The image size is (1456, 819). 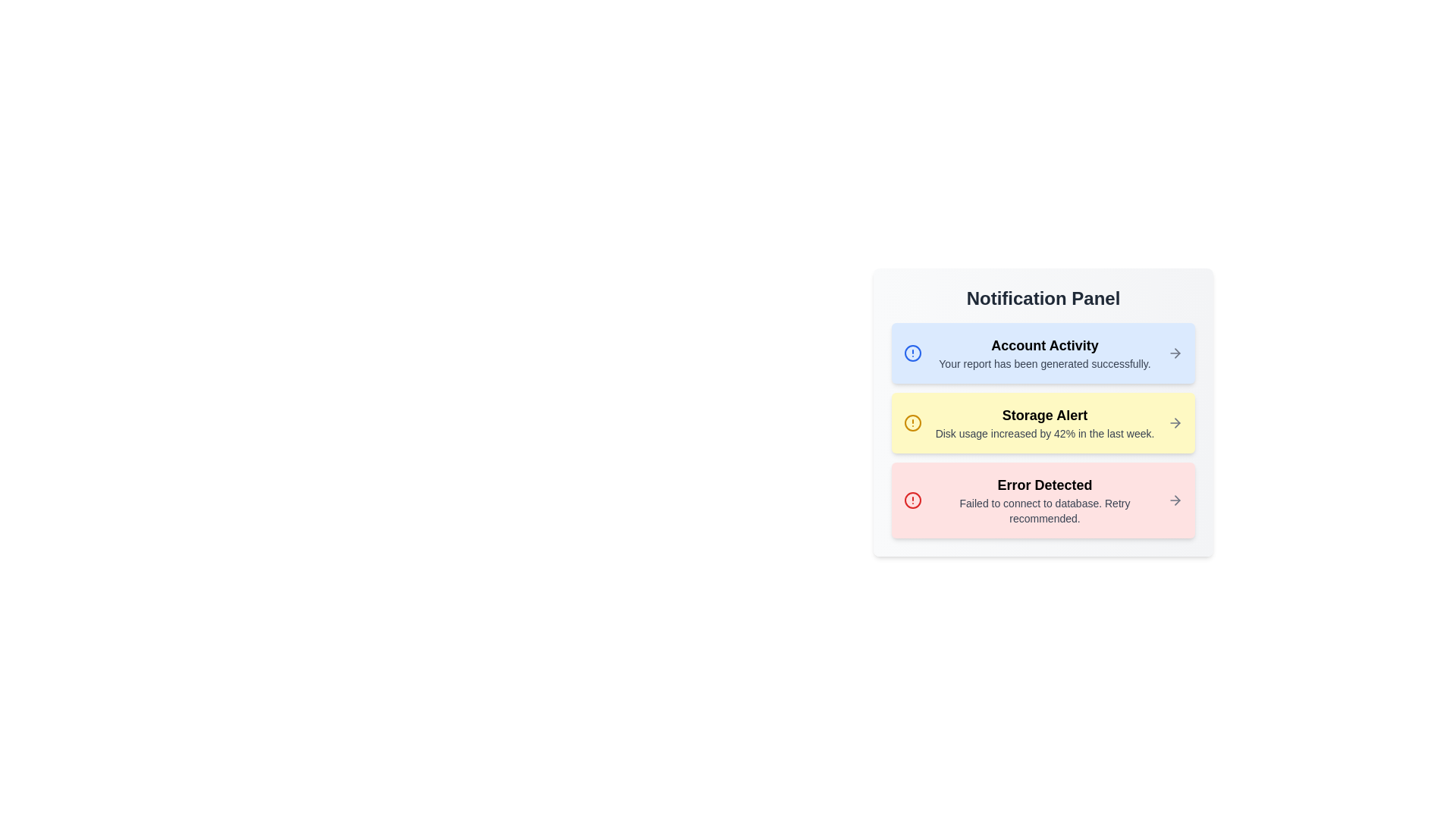 What do you see at coordinates (1175, 423) in the screenshot?
I see `the arrow icon corresponding to the notification 2` at bounding box center [1175, 423].